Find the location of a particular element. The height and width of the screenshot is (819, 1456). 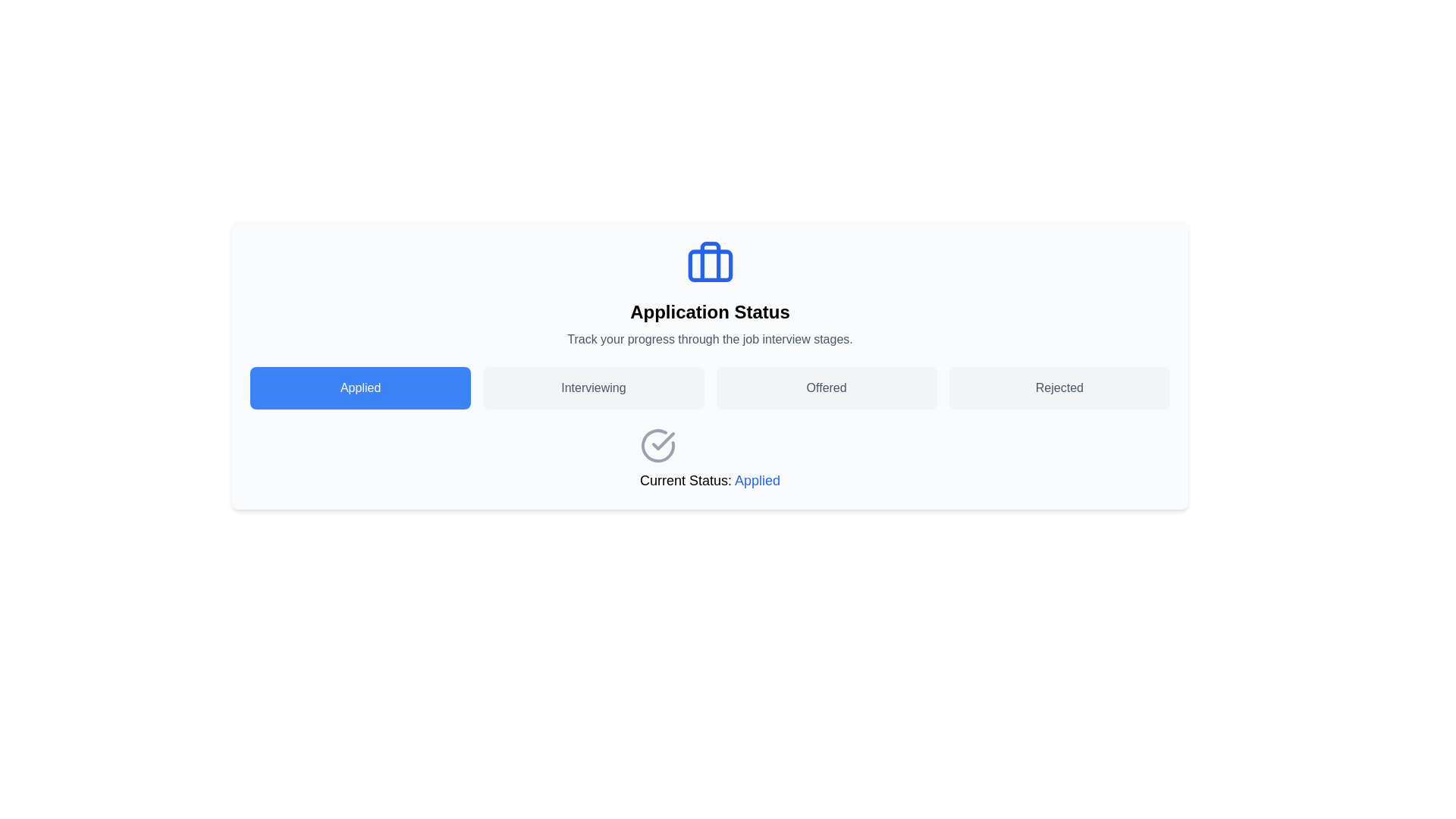

the graphical checkmark icon that indicates successful action within the 'Application Status' interface is located at coordinates (663, 441).